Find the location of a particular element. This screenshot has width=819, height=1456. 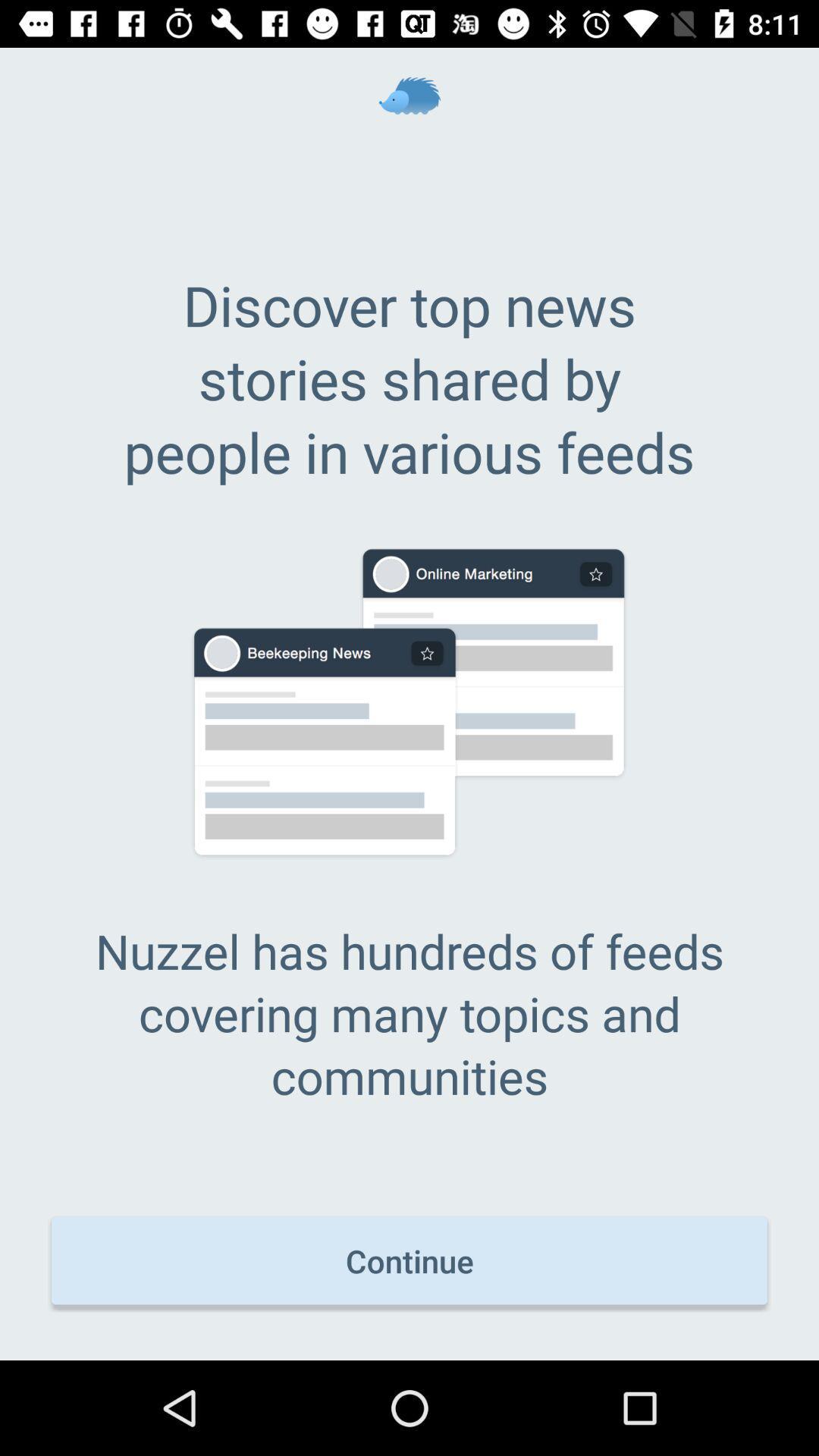

the continue is located at coordinates (409, 1260).